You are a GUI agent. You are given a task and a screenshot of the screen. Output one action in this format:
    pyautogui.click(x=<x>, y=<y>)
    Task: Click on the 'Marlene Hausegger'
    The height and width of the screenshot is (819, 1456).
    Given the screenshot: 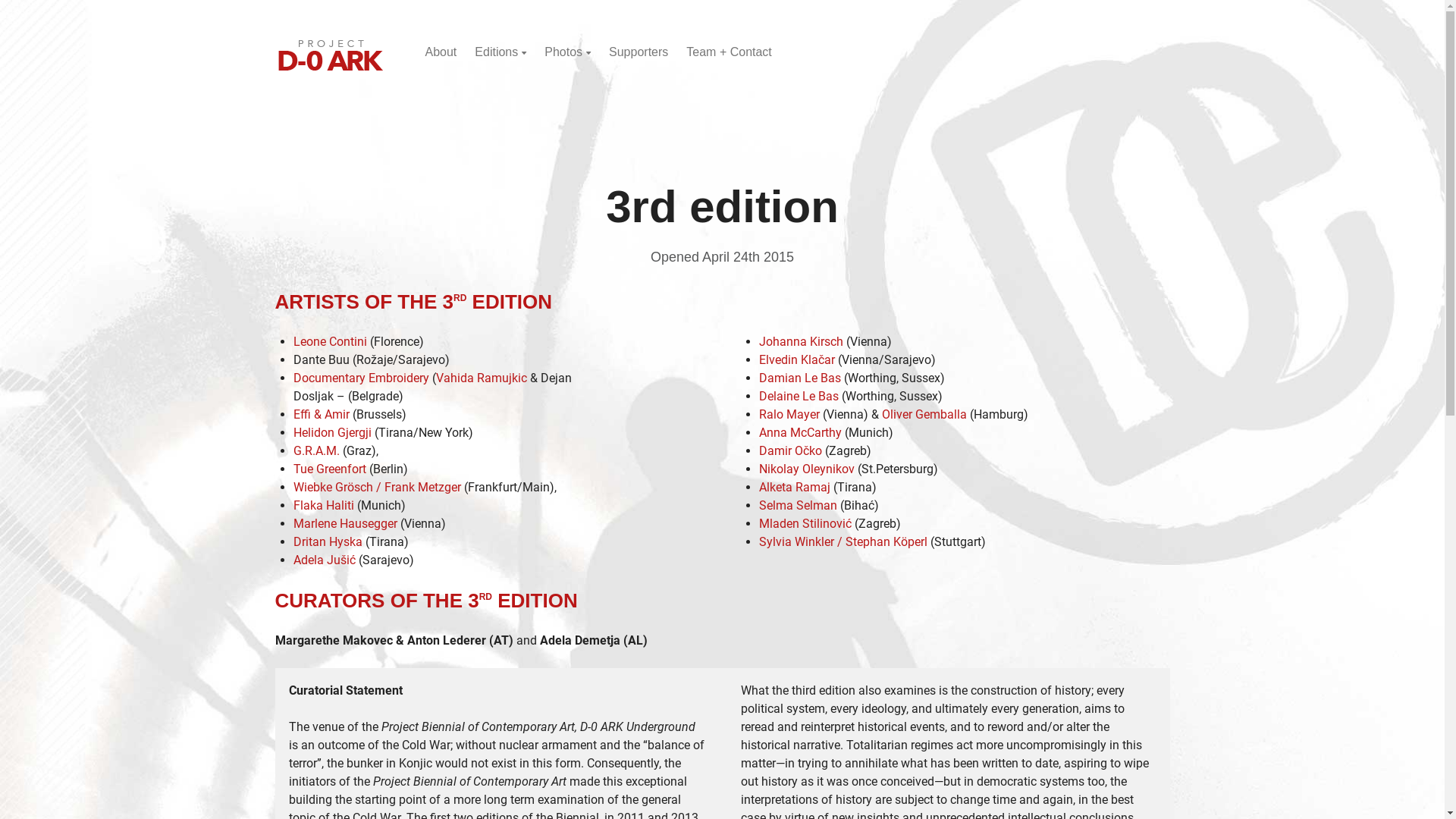 What is the action you would take?
    pyautogui.click(x=344, y=522)
    